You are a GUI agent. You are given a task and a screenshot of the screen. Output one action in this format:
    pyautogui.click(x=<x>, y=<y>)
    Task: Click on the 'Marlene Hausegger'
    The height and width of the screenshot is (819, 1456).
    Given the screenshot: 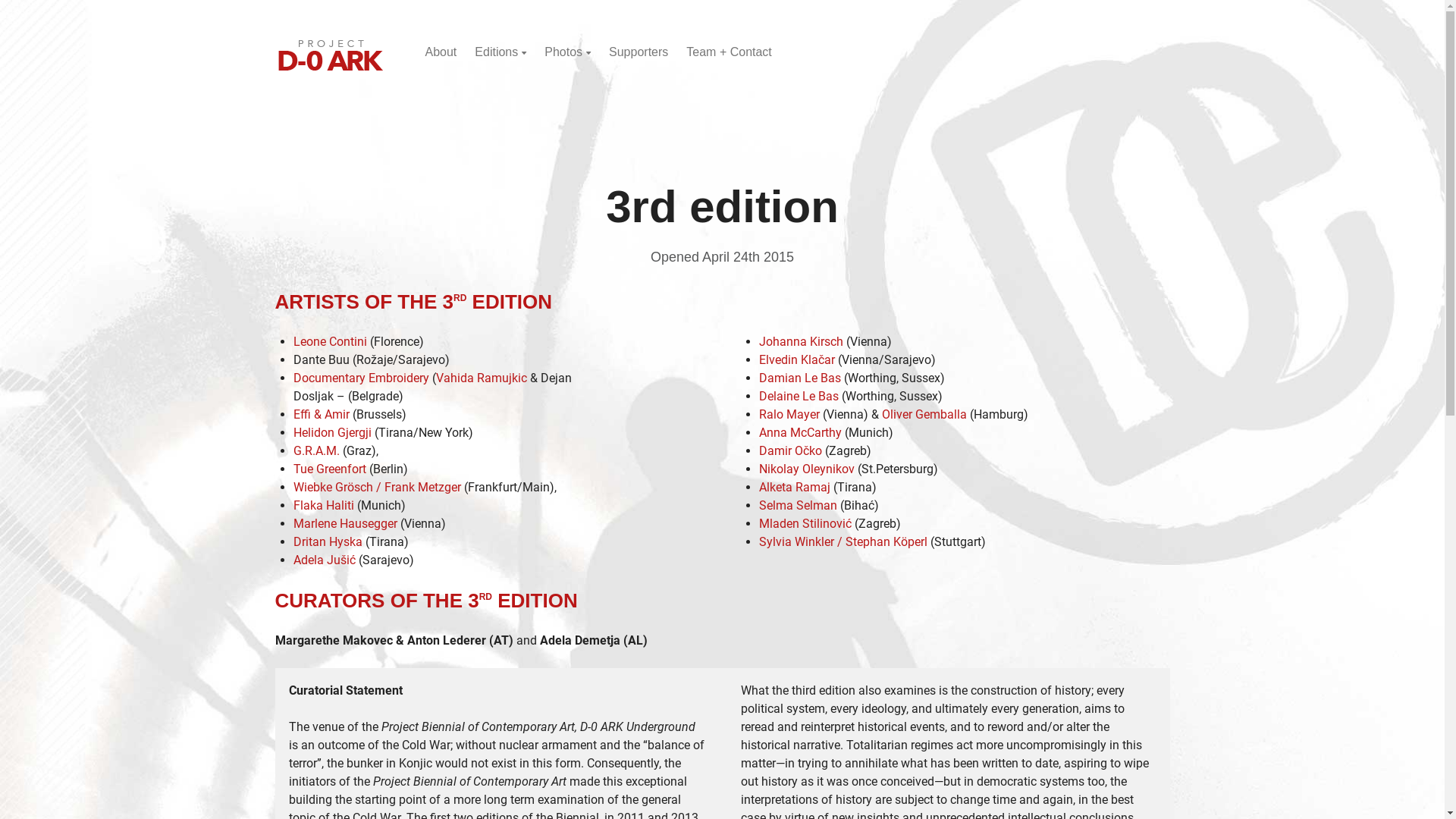 What is the action you would take?
    pyautogui.click(x=344, y=522)
    